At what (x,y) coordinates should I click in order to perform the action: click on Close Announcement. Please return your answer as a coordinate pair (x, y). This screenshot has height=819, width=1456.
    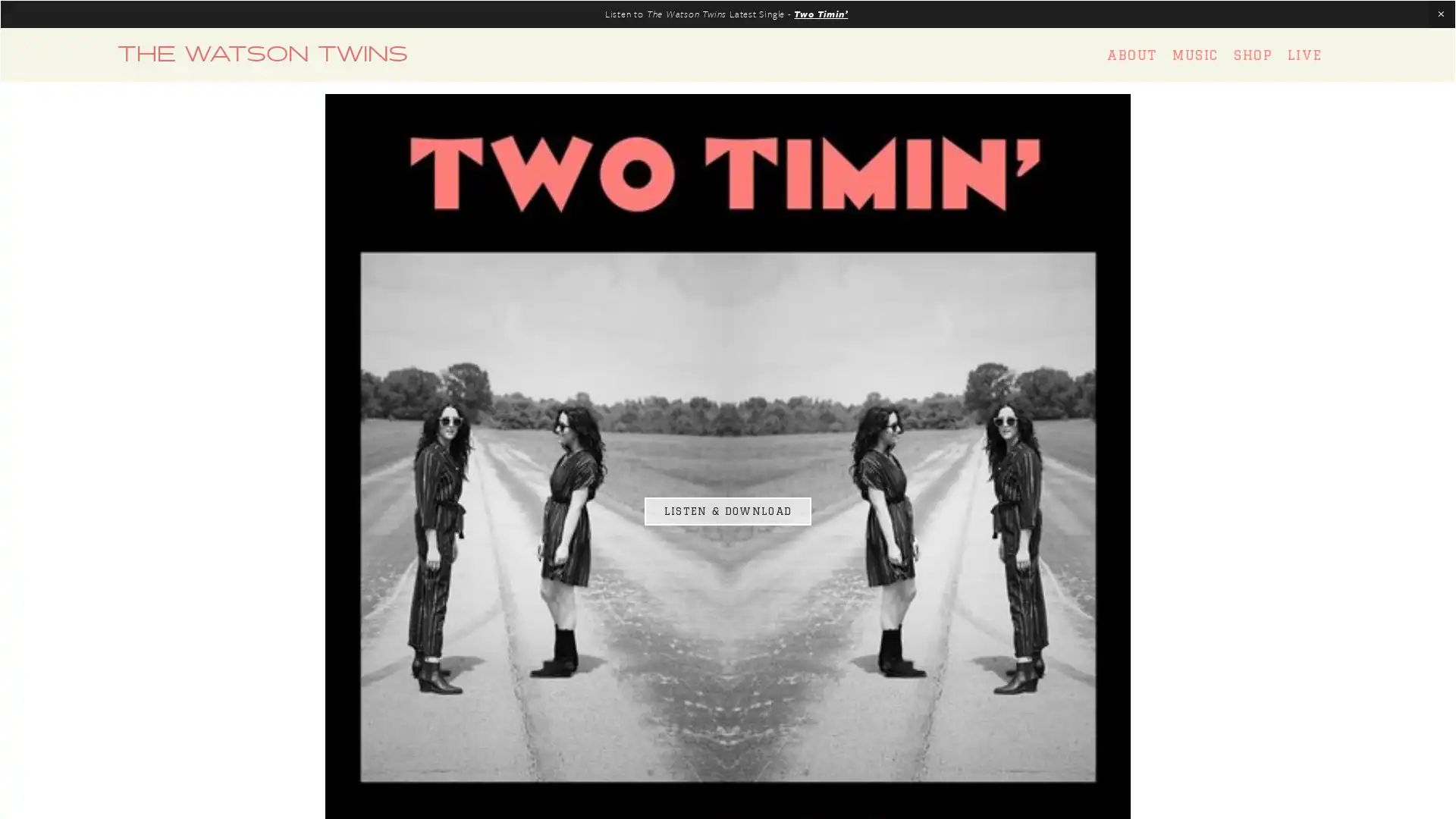
    Looking at the image, I should click on (1440, 14).